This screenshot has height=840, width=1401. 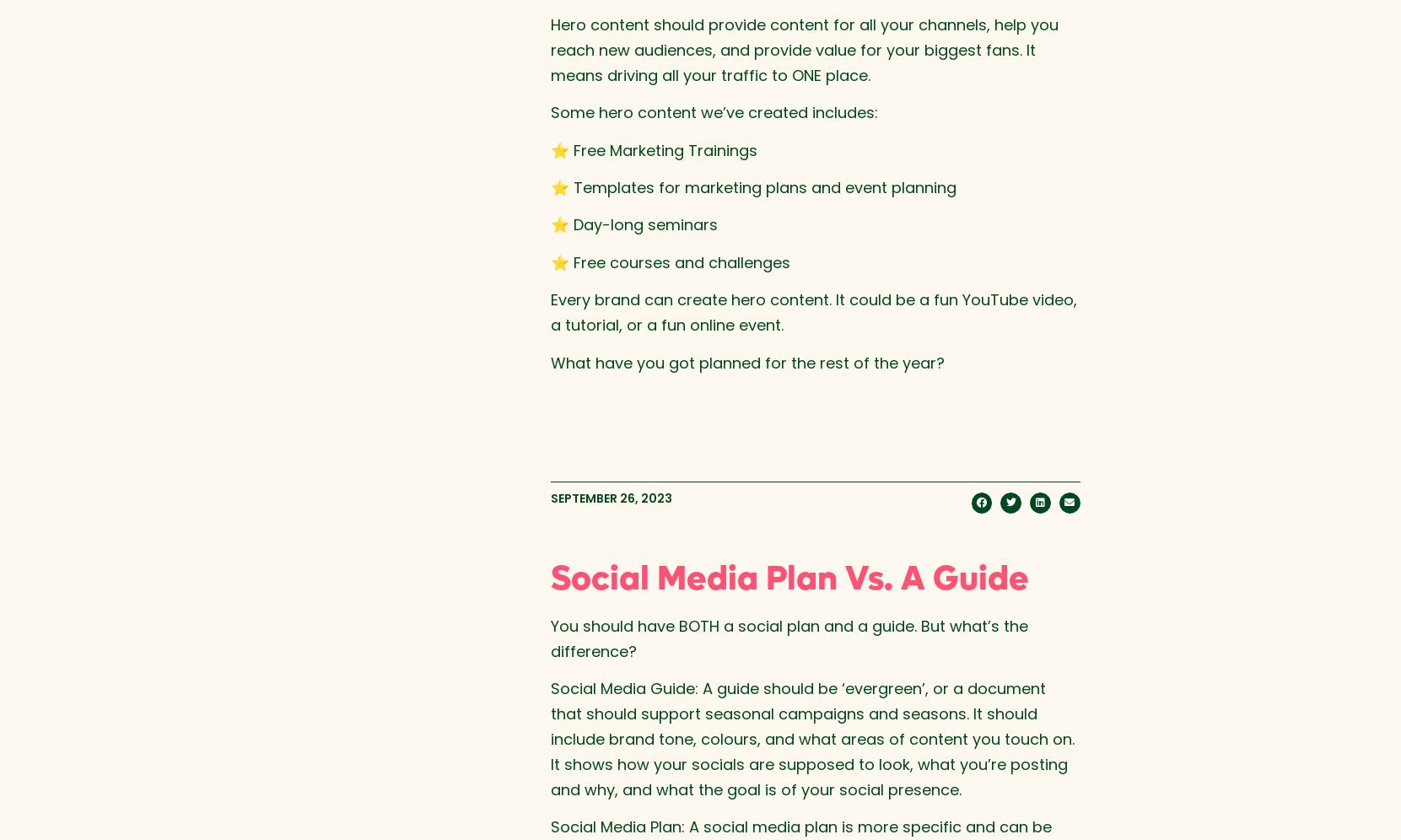 What do you see at coordinates (811, 737) in the screenshot?
I see `'Social Media Guide: A guide should be ‘evergreen’, or a document that should support seasonal campaigns and seasons. It should include brand tone, colours, and what areas of content you touch on. It shows how your socials are supposed to look, what you’re posting and why, and what the goal is of your social presence.'` at bounding box center [811, 737].